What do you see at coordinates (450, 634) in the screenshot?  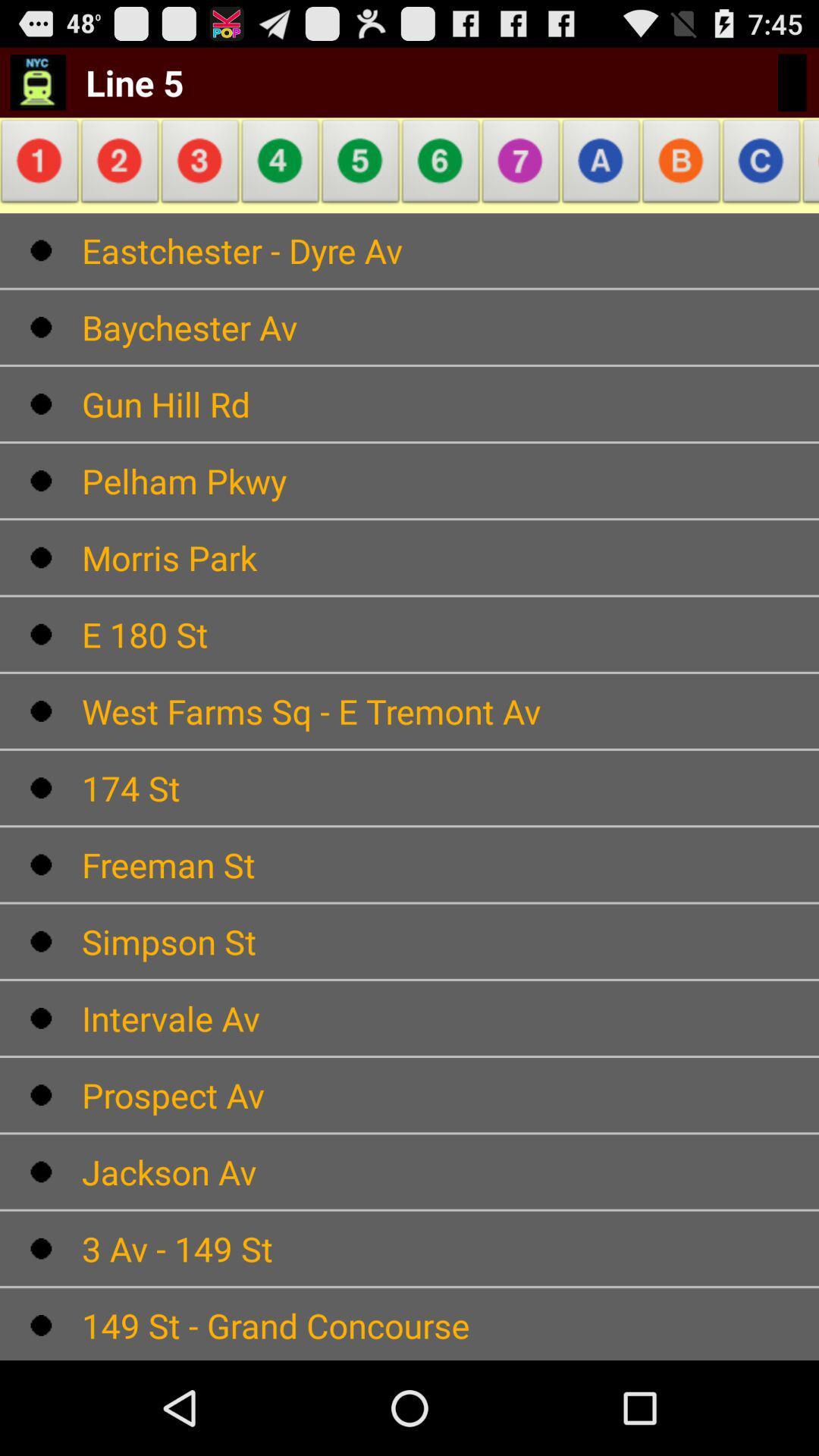 I see `e 180 st app` at bounding box center [450, 634].